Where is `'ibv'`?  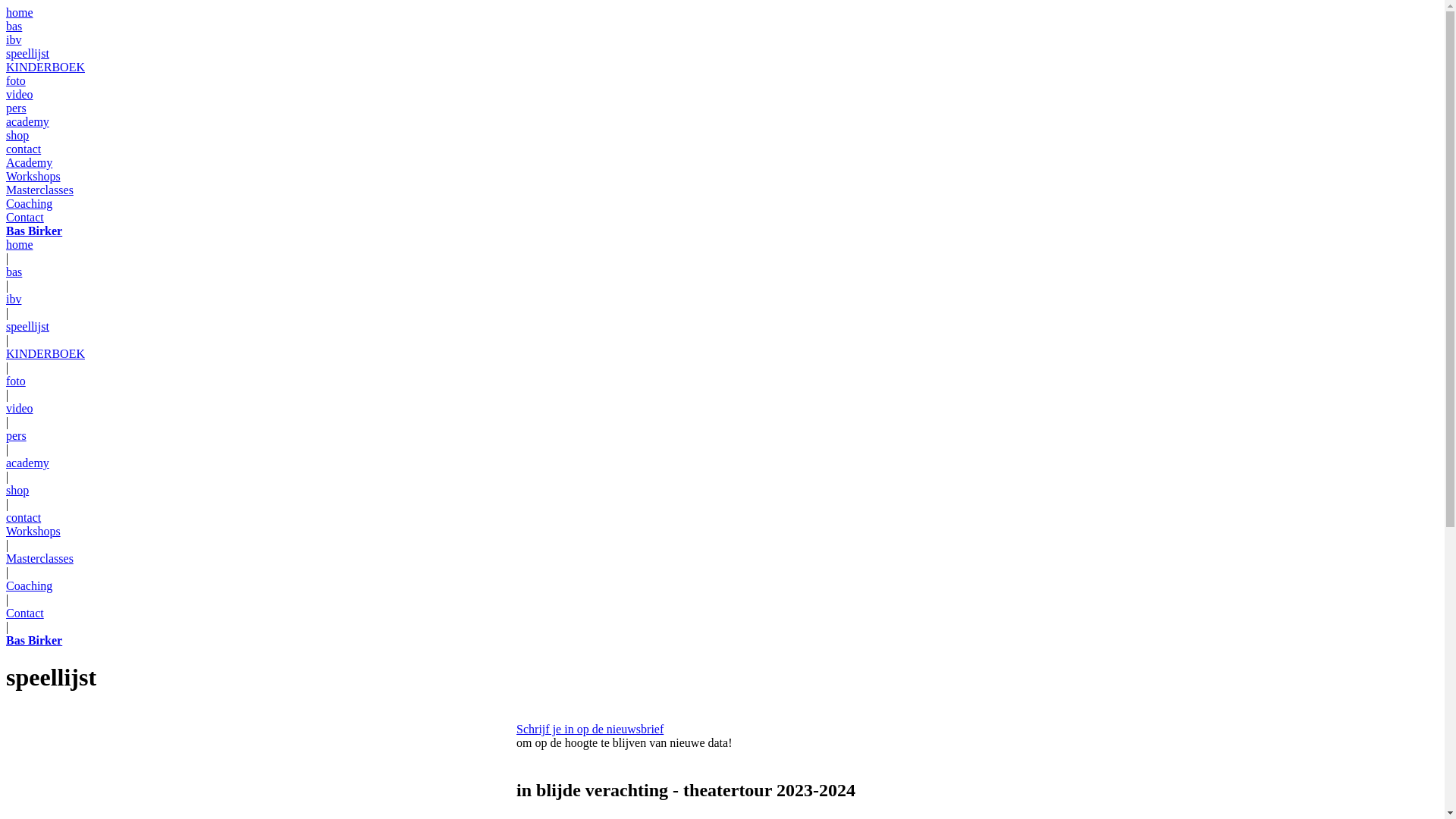 'ibv' is located at coordinates (14, 299).